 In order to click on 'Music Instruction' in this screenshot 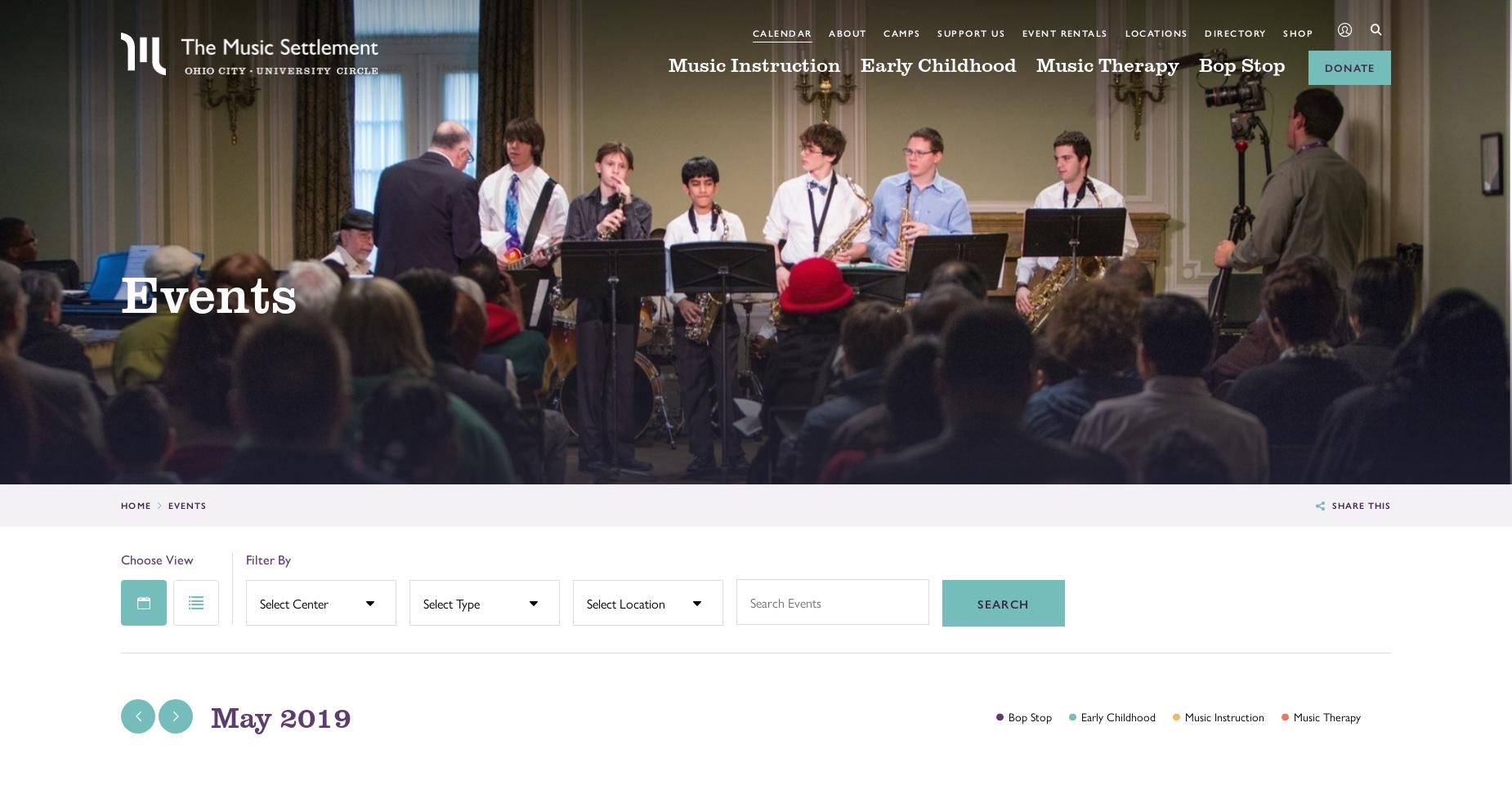, I will do `click(754, 64)`.